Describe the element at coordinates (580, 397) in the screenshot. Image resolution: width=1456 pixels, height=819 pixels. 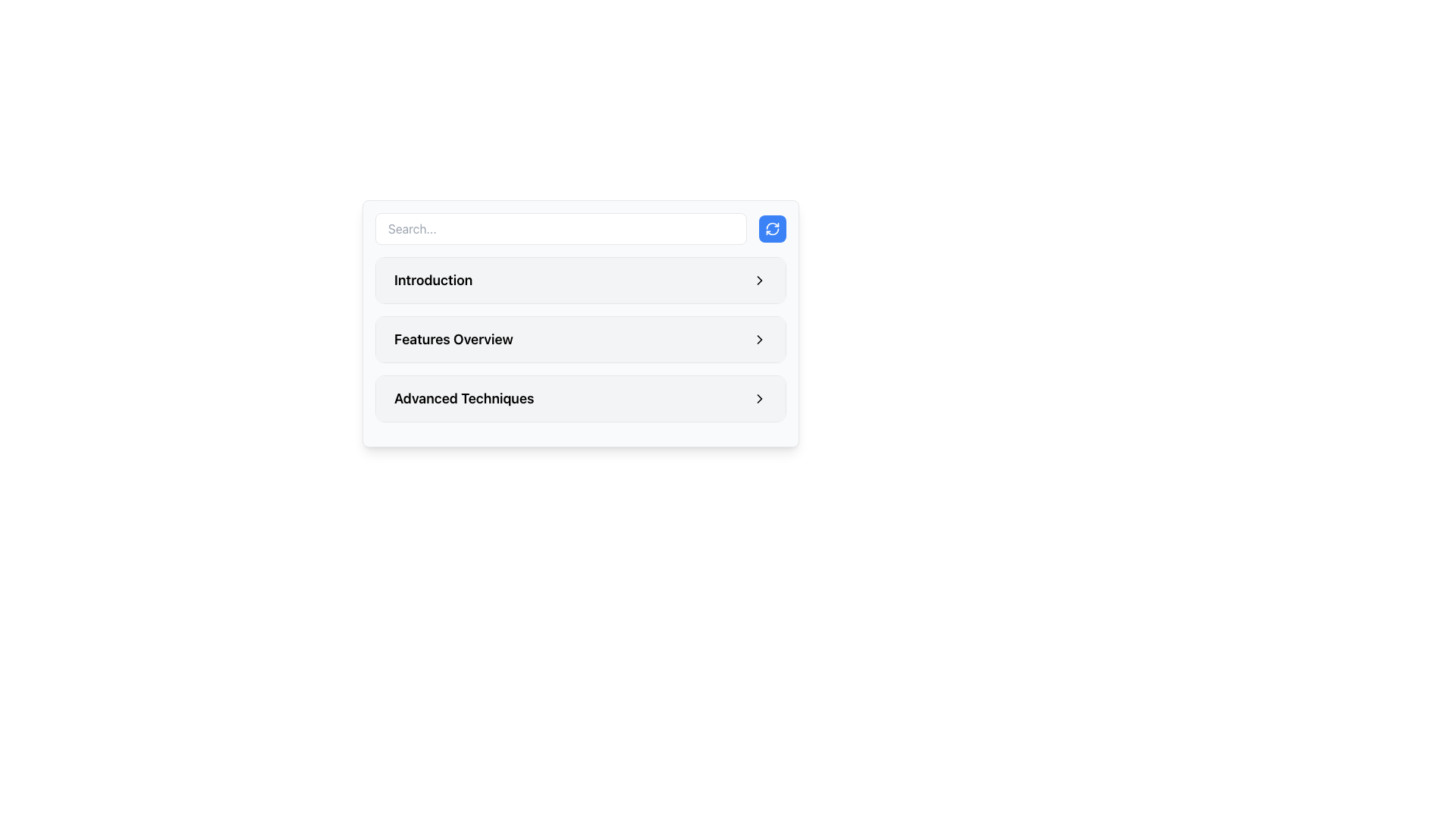
I see `the navigation button located at the bottom of the vertical stack of buttons to proceed to the 'Advanced Techniques' section` at that location.